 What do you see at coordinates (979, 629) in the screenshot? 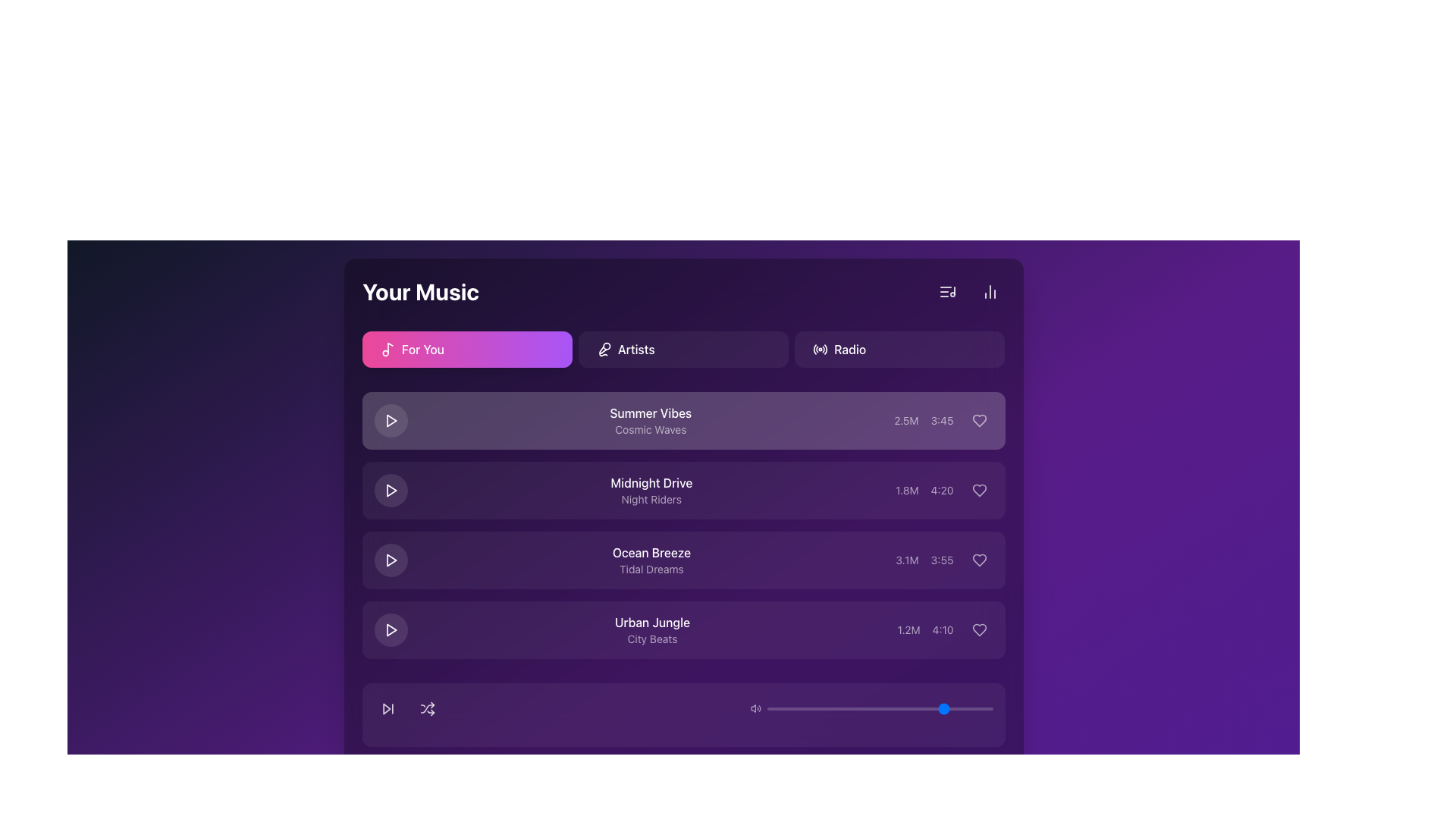
I see `the Icon button (heart symbol) located in the last row of the listed songs, adjacent to the details of 'Urban Jungle' by 'City Beats'` at bounding box center [979, 629].